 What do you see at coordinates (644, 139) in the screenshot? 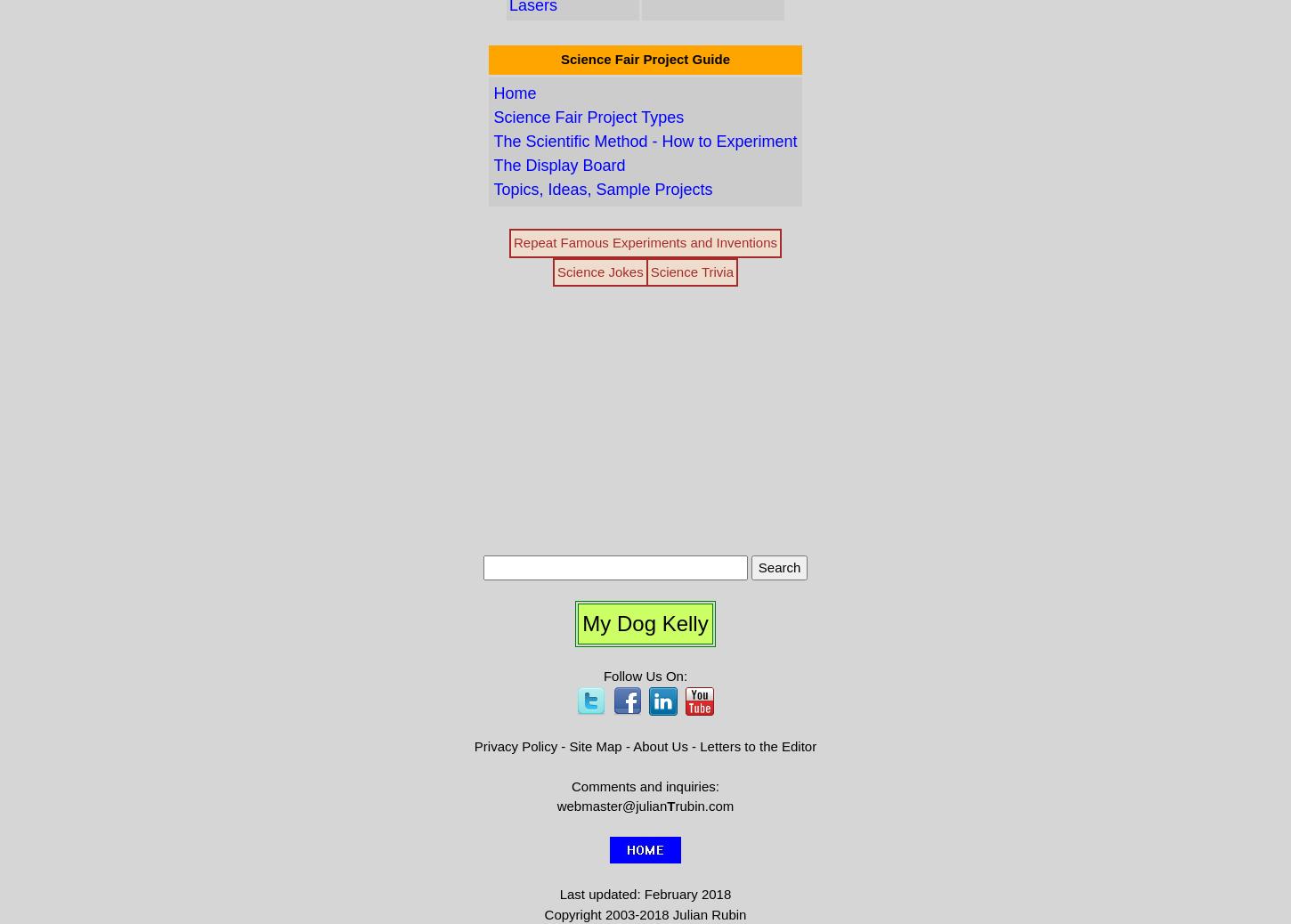
I see `'The Scientific Method - How to Experiment'` at bounding box center [644, 139].